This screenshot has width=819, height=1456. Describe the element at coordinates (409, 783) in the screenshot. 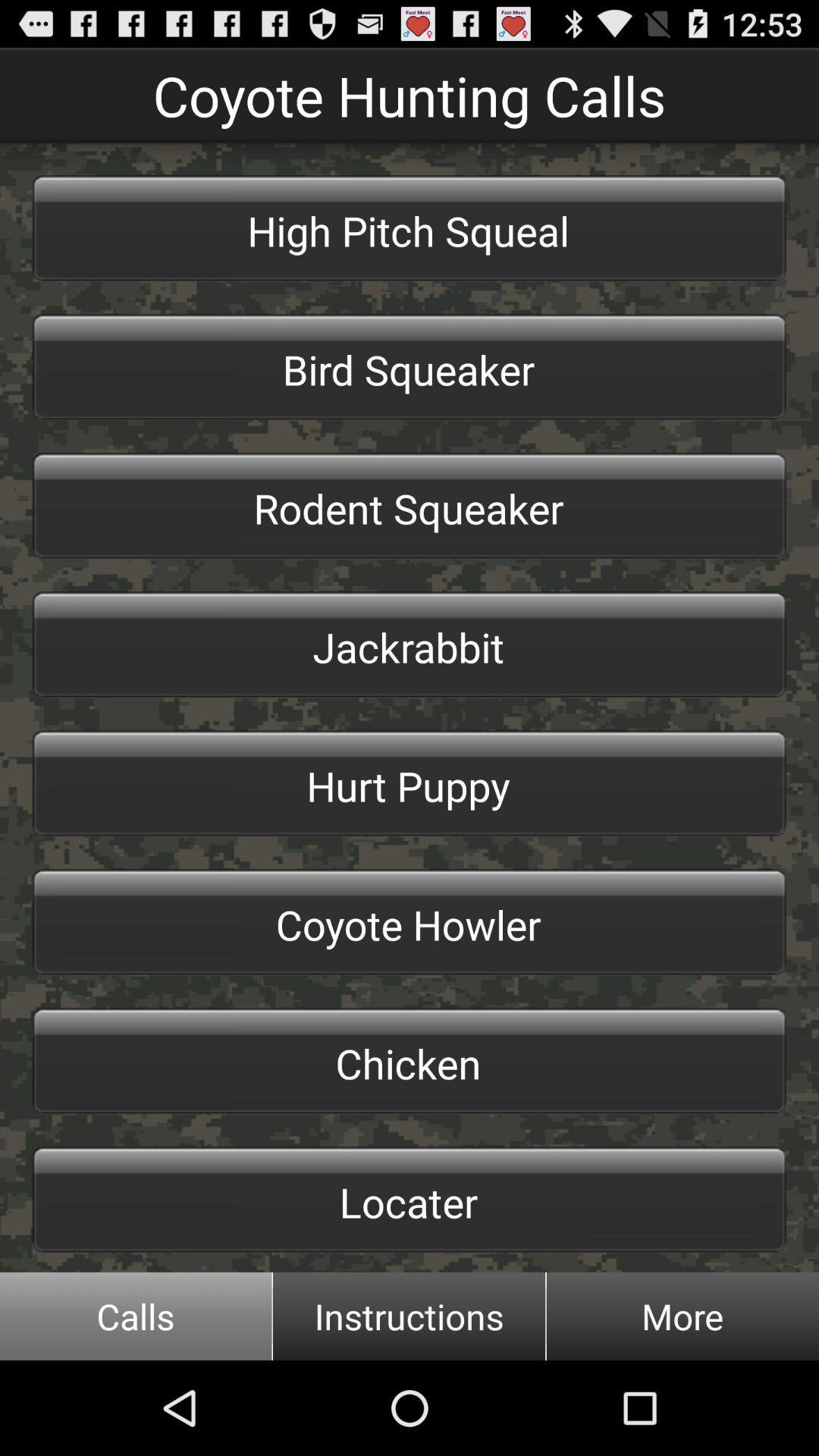

I see `item above coyote howler item` at that location.